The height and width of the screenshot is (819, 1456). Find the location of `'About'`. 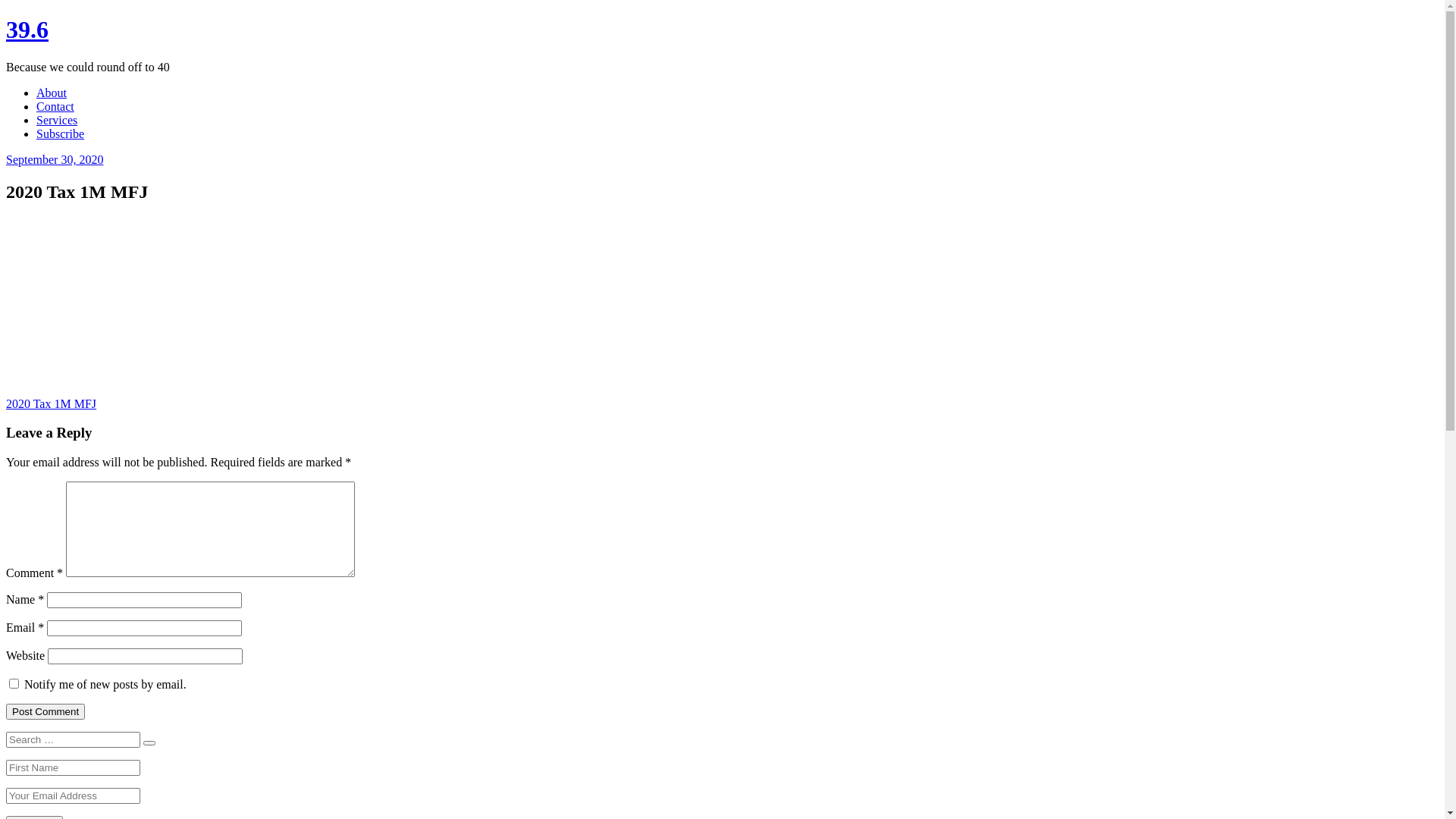

'About' is located at coordinates (36, 93).